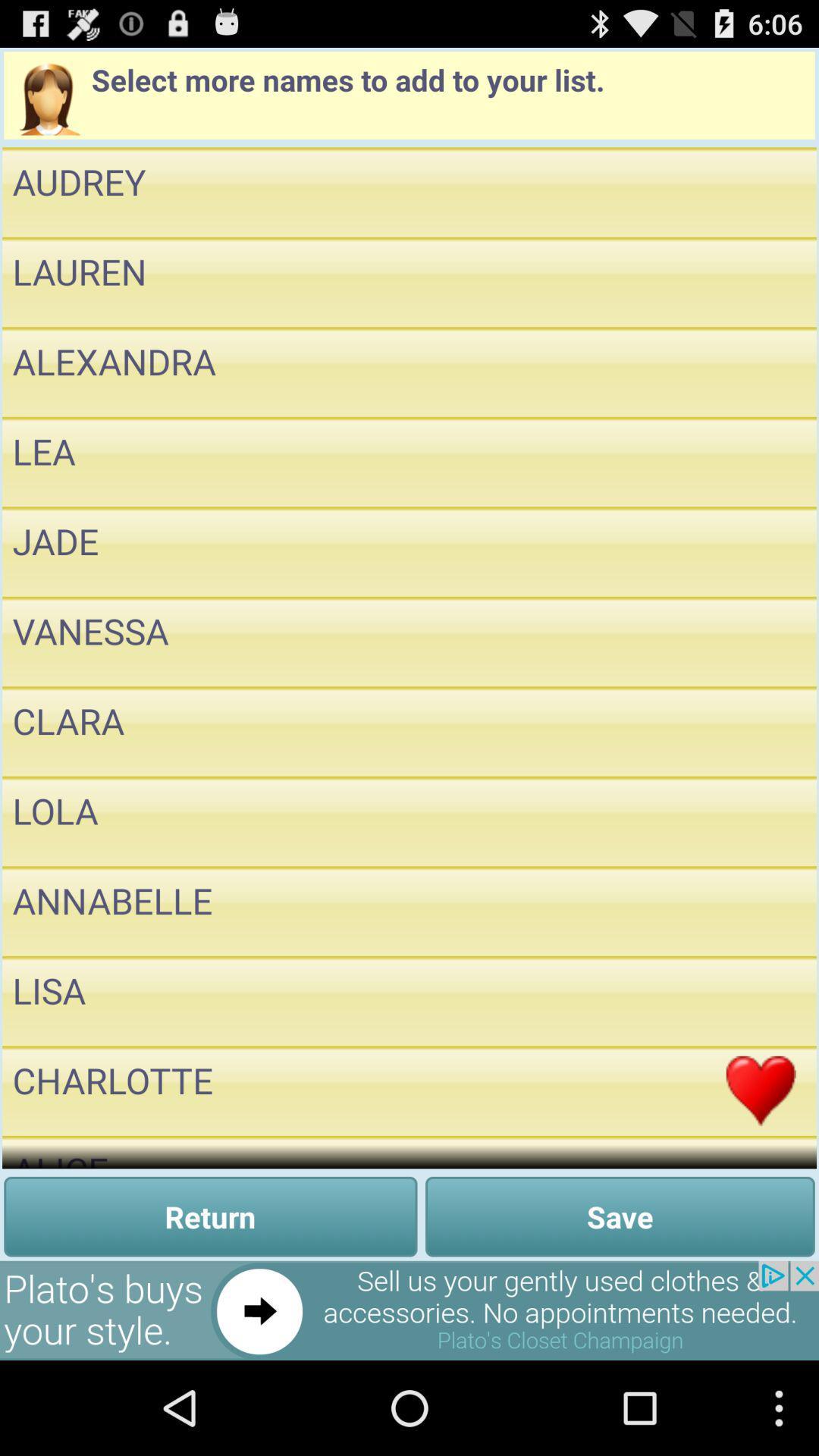 This screenshot has height=1456, width=819. What do you see at coordinates (761, 1001) in the screenshot?
I see `name` at bounding box center [761, 1001].